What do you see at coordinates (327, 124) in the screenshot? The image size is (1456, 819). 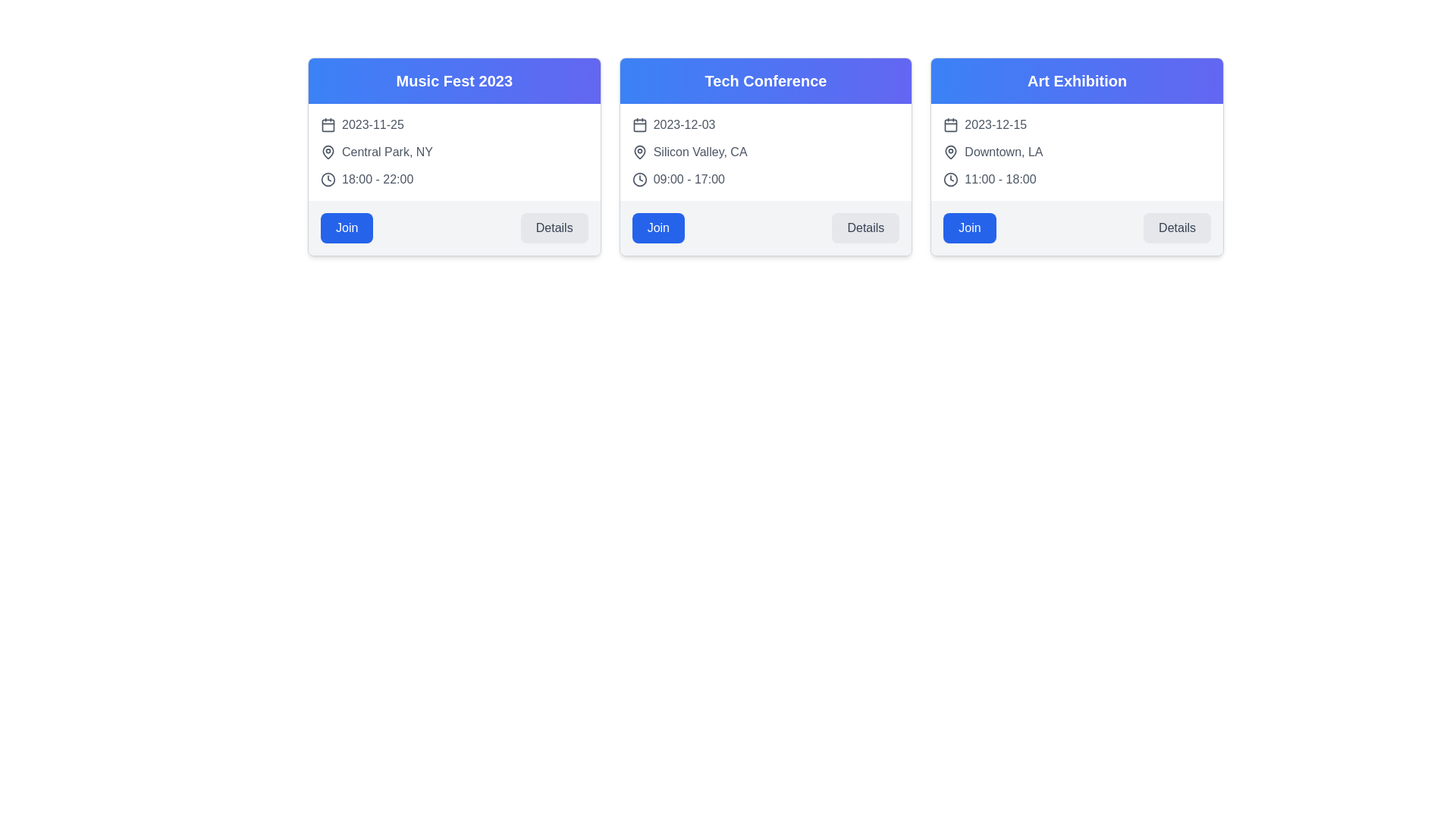 I see `the calendar icon graphic component located in the upper-left area of the 'Music Fest 2023' event card, preceding the text '2023-11-25'` at bounding box center [327, 124].